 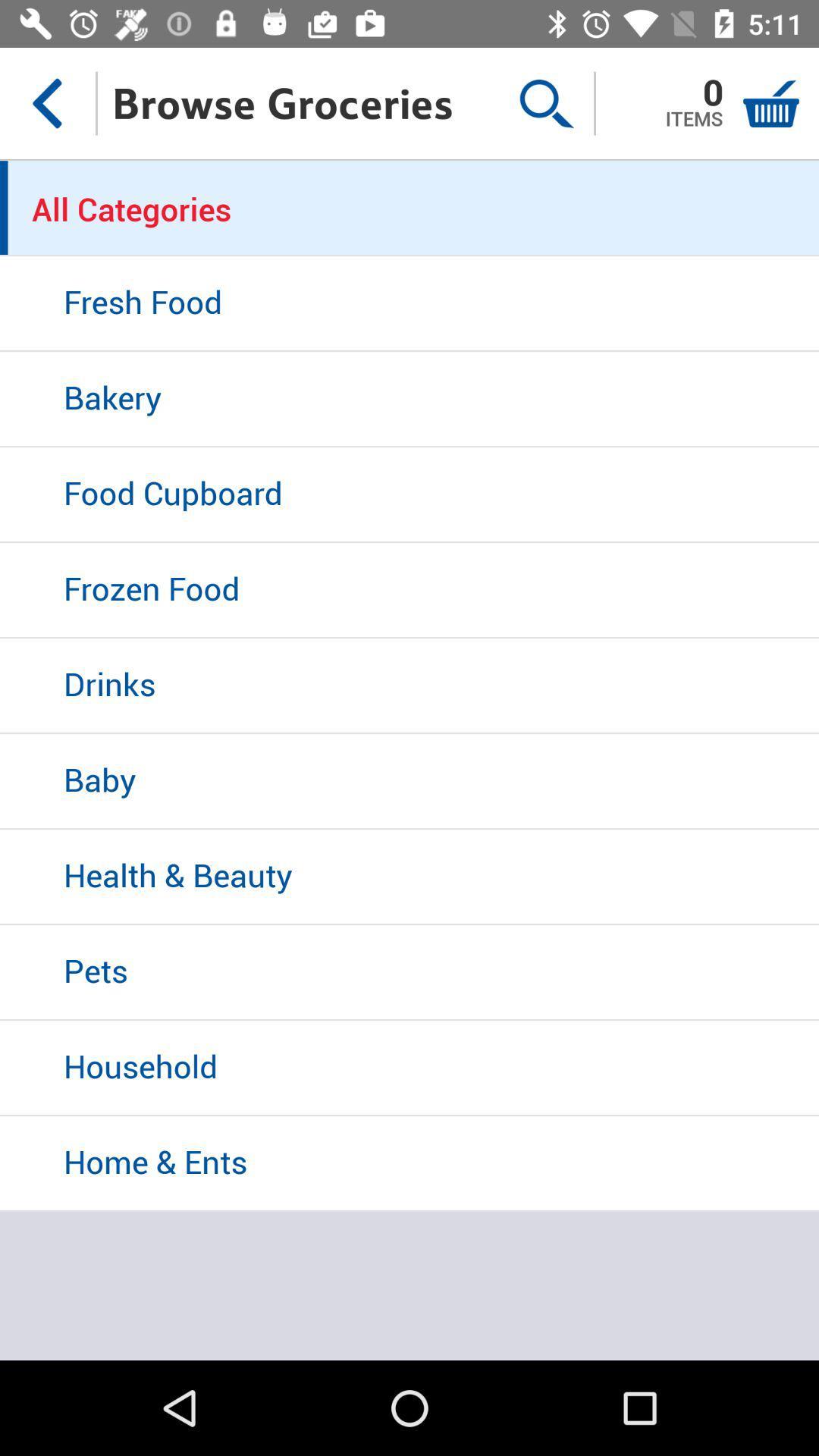 I want to click on icon above the drinks, so click(x=409, y=590).